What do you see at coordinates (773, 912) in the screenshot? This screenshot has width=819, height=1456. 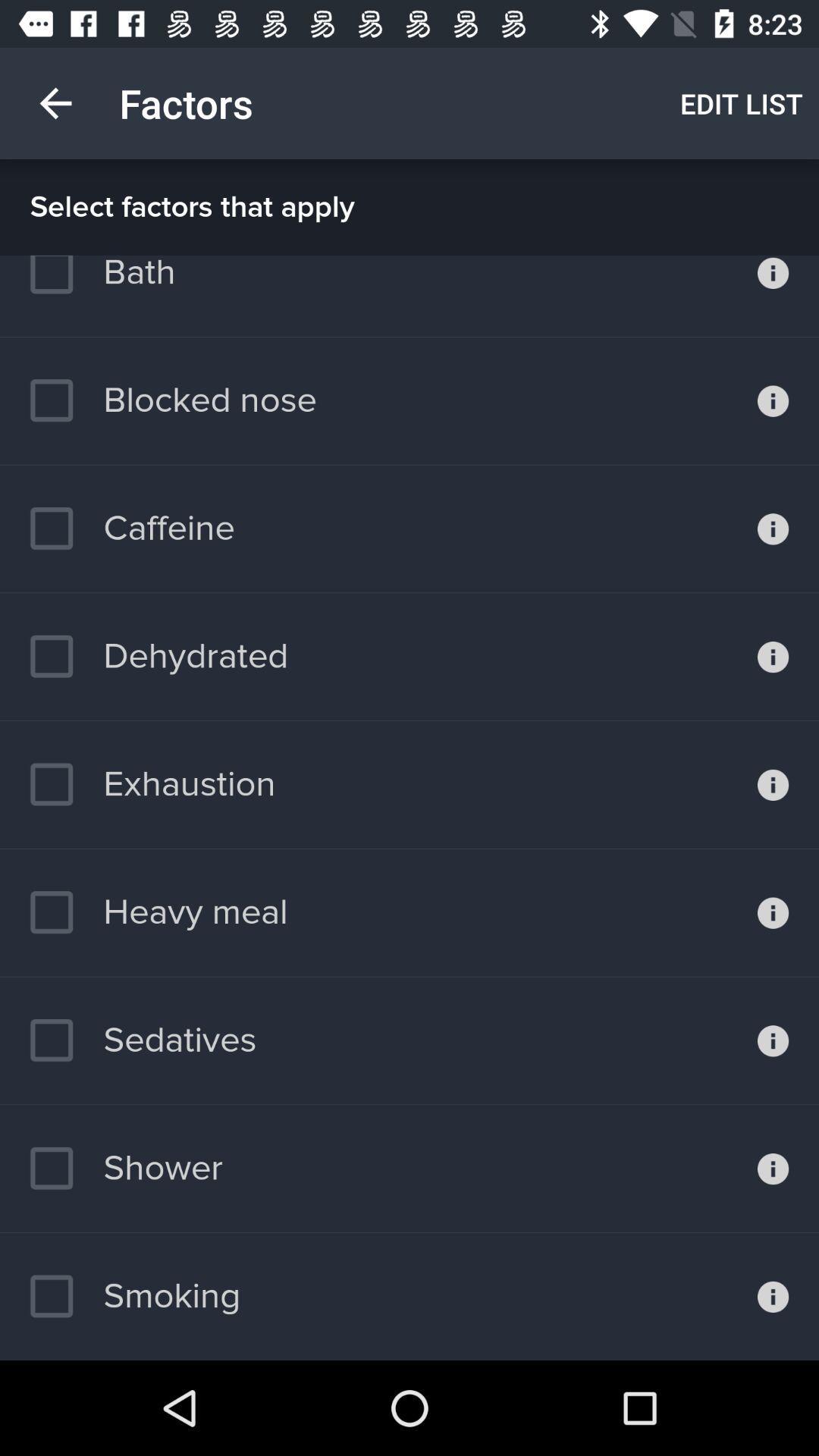 I see `get information about the heavy meal factor` at bounding box center [773, 912].